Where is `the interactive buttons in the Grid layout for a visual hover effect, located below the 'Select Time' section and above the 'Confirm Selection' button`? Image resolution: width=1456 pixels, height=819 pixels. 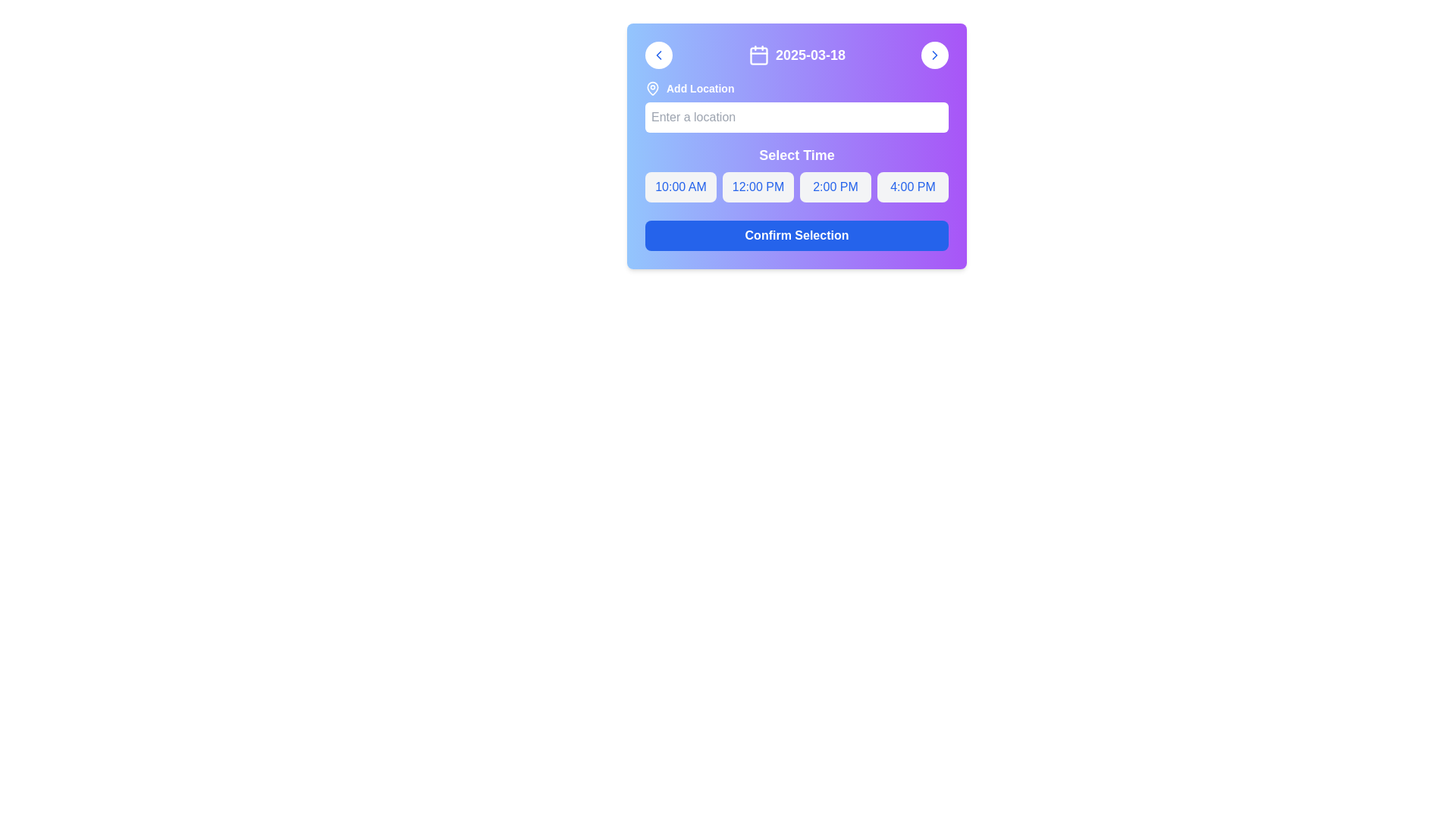
the interactive buttons in the Grid layout for a visual hover effect, located below the 'Select Time' section and above the 'Confirm Selection' button is located at coordinates (796, 186).